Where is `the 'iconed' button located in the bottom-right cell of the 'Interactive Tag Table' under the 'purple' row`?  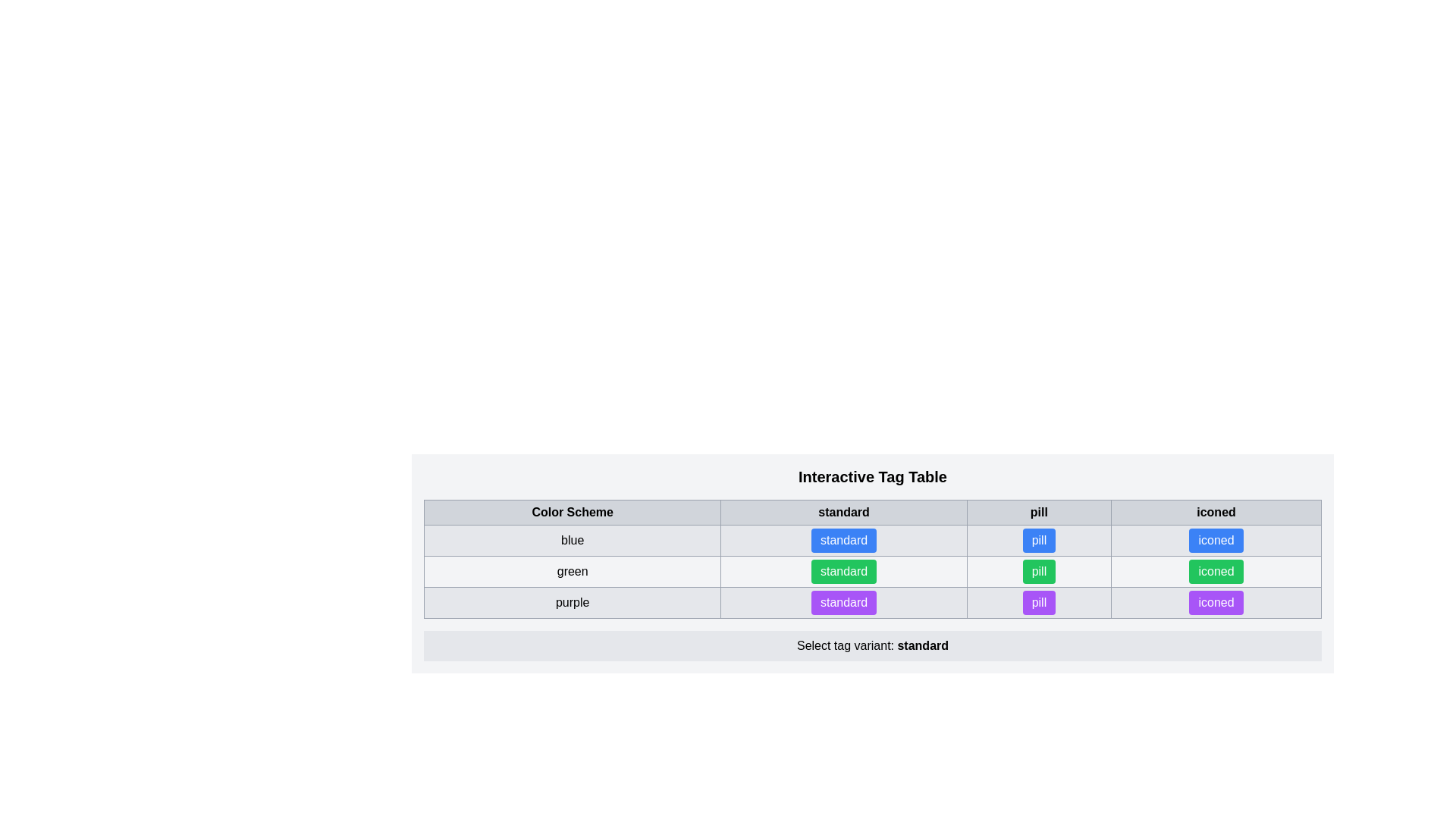
the 'iconed' button located in the bottom-right cell of the 'Interactive Tag Table' under the 'purple' row is located at coordinates (1216, 601).